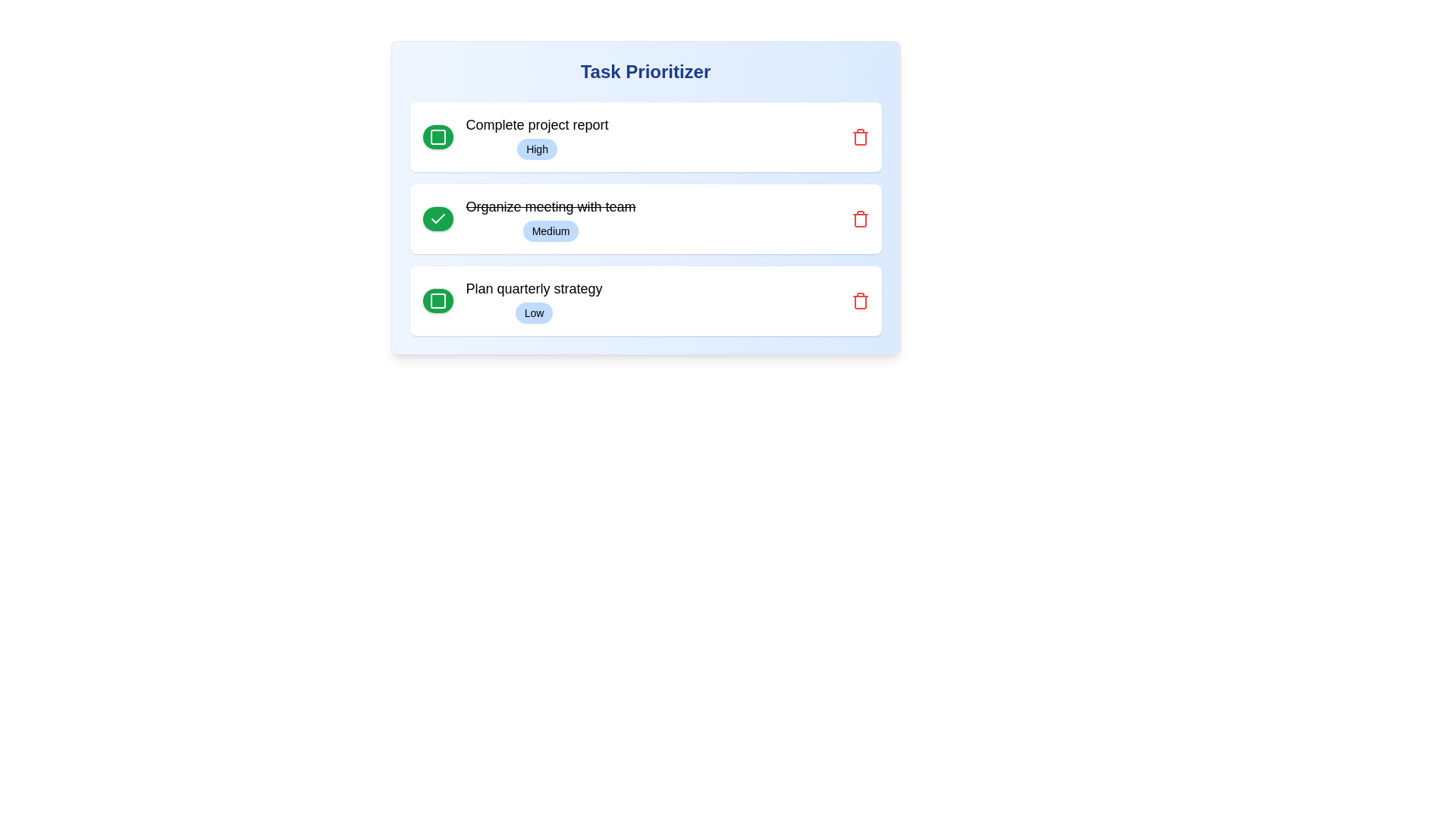  What do you see at coordinates (437, 219) in the screenshot?
I see `the interactive button` at bounding box center [437, 219].